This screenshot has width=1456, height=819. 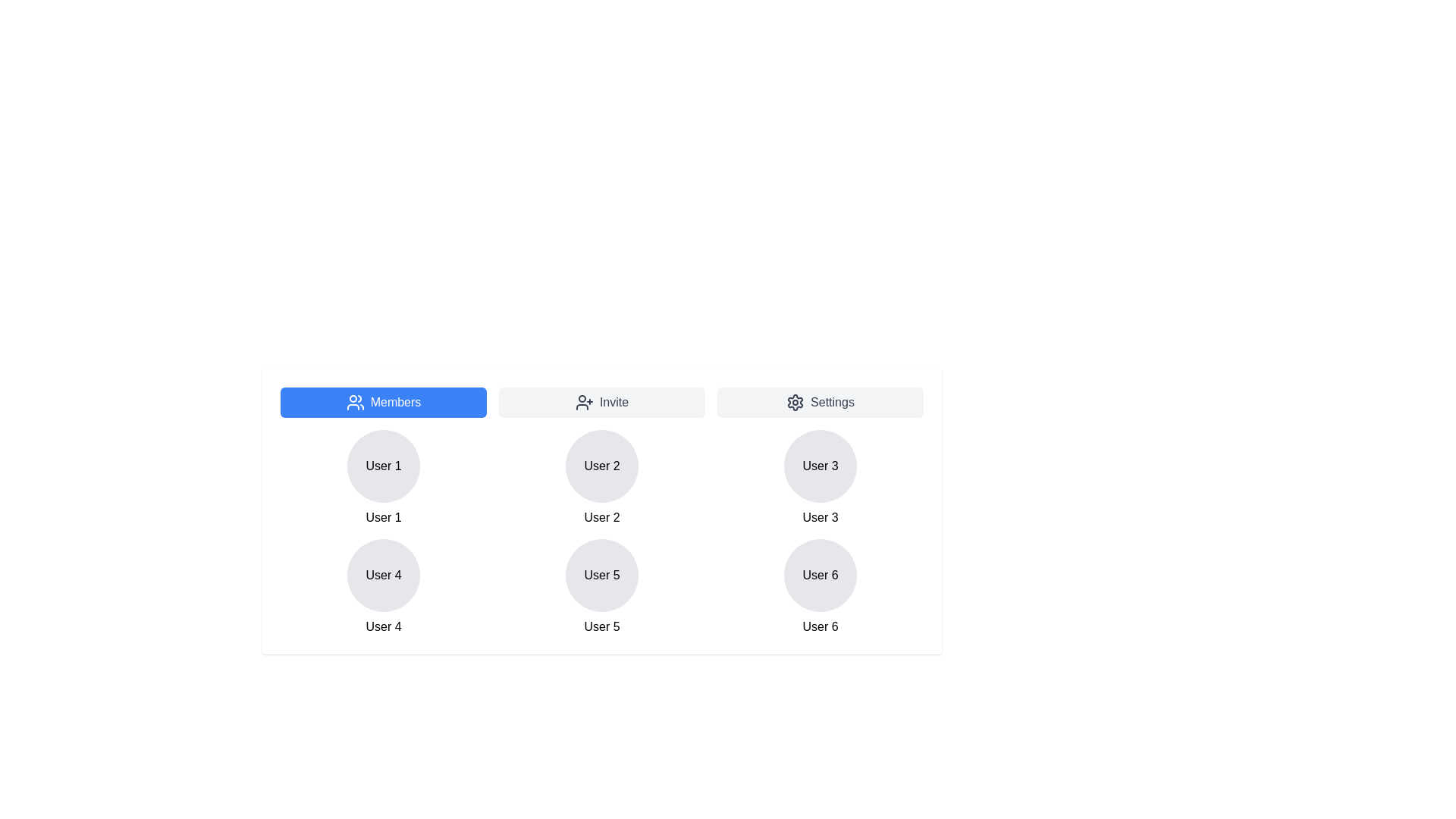 I want to click on text from the lower text label directly below the circular avatar labeled as 'User 5' in the middle column of a three-column grid layout, in the second row, so click(x=601, y=626).